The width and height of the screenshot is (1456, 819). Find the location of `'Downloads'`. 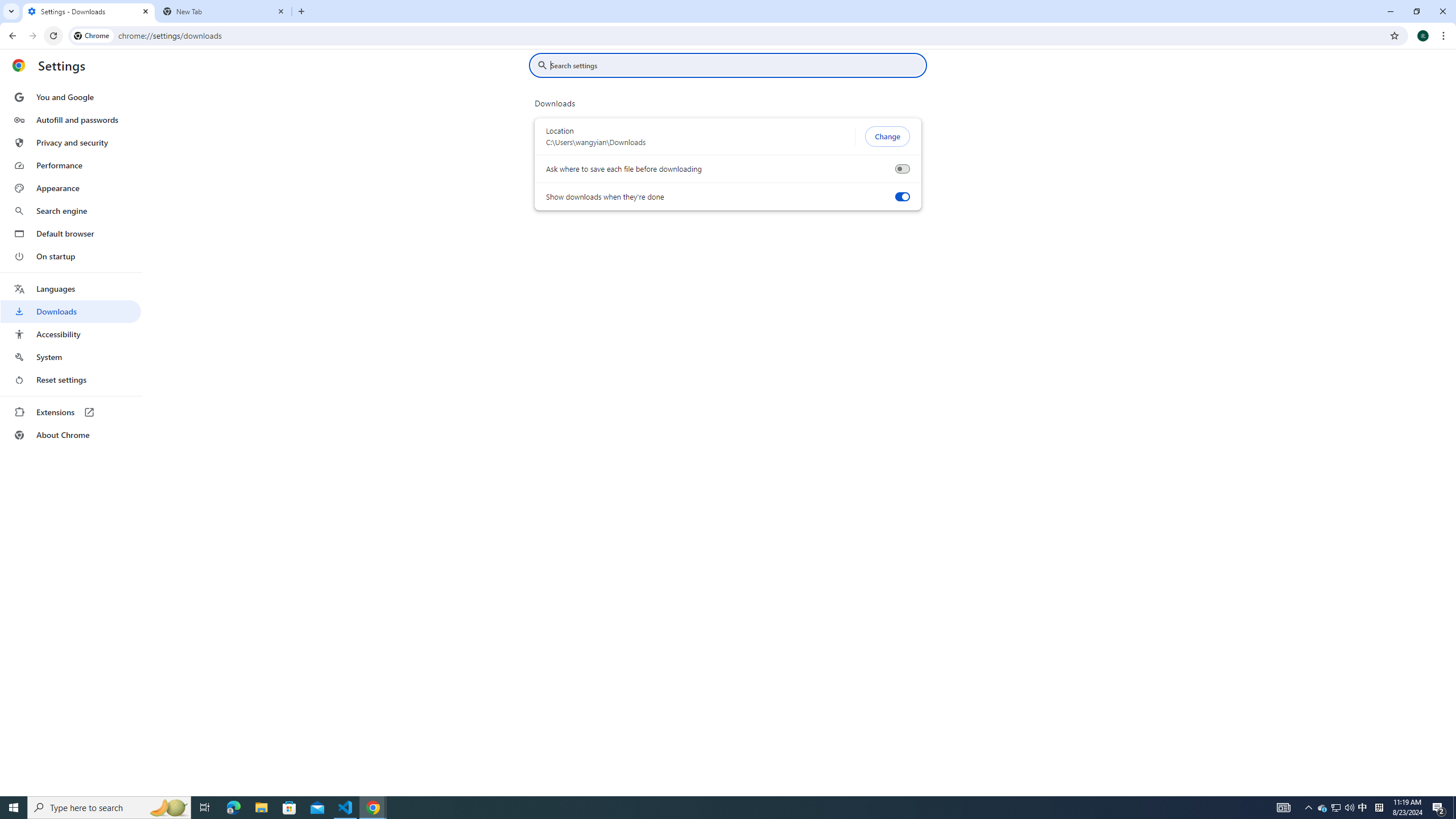

'Downloads' is located at coordinates (70, 311).